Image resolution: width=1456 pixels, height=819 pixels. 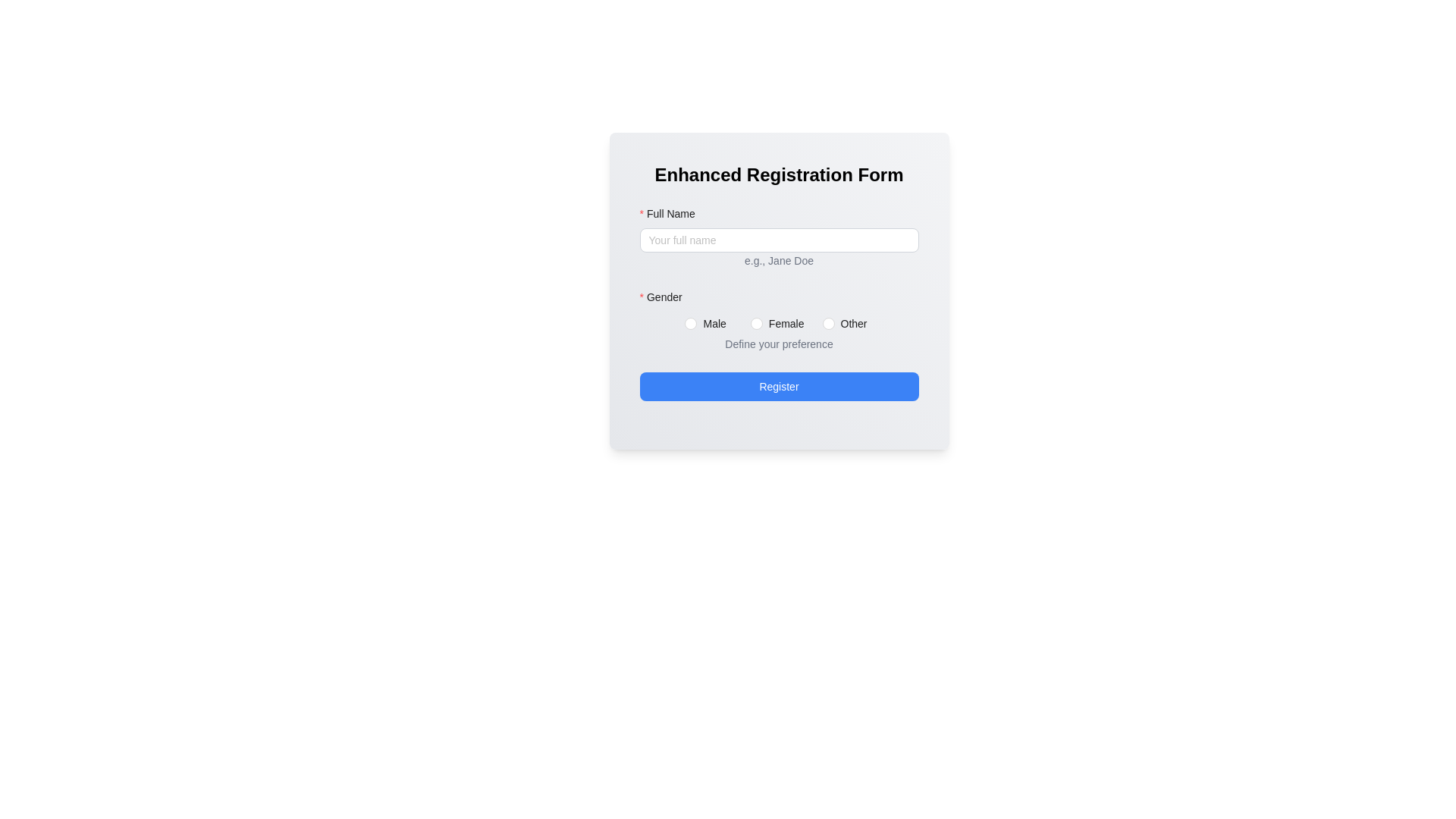 What do you see at coordinates (779, 345) in the screenshot?
I see `the non-interactive text label displaying 'Define your preference', which is located beneath the radio buttons for 'Male', 'Female', and 'Other'` at bounding box center [779, 345].